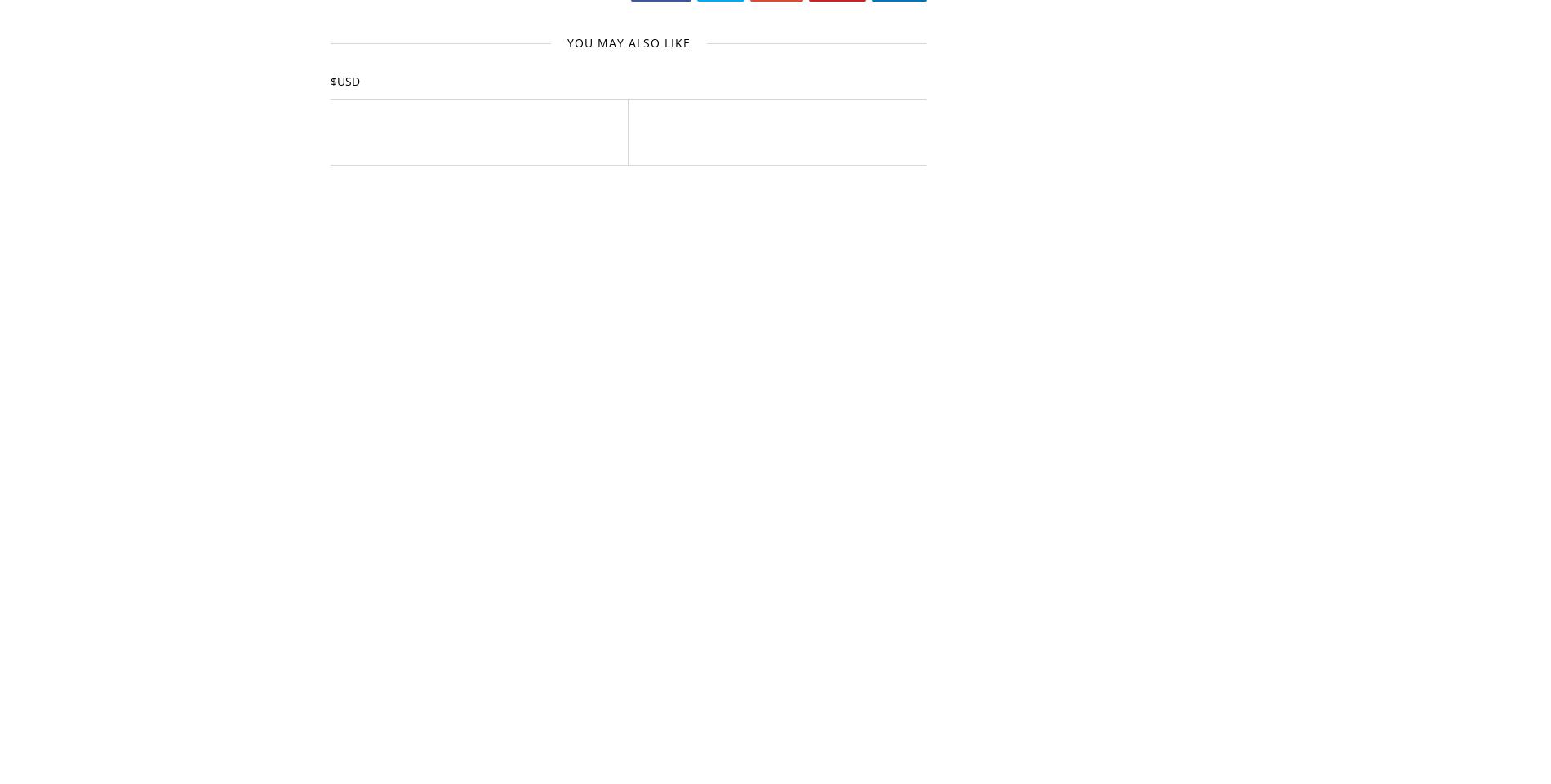 This screenshot has width=1551, height=784. Describe the element at coordinates (1012, 668) in the screenshot. I see `'April 2017'` at that location.